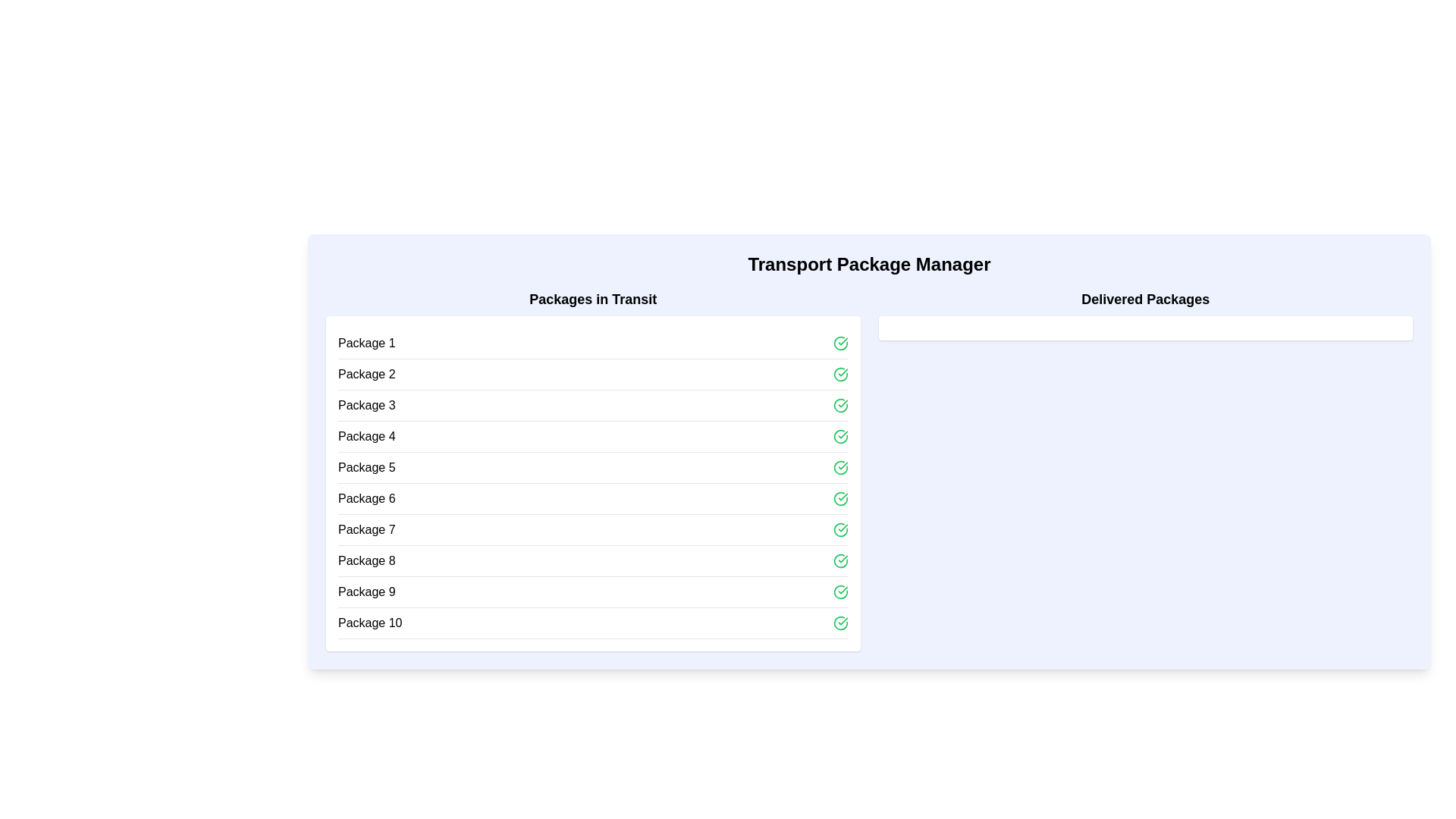  What do you see at coordinates (370, 623) in the screenshot?
I see `the static text label displaying 'Package 10' located at the bottom of the 'Packages in Transit' section` at bounding box center [370, 623].